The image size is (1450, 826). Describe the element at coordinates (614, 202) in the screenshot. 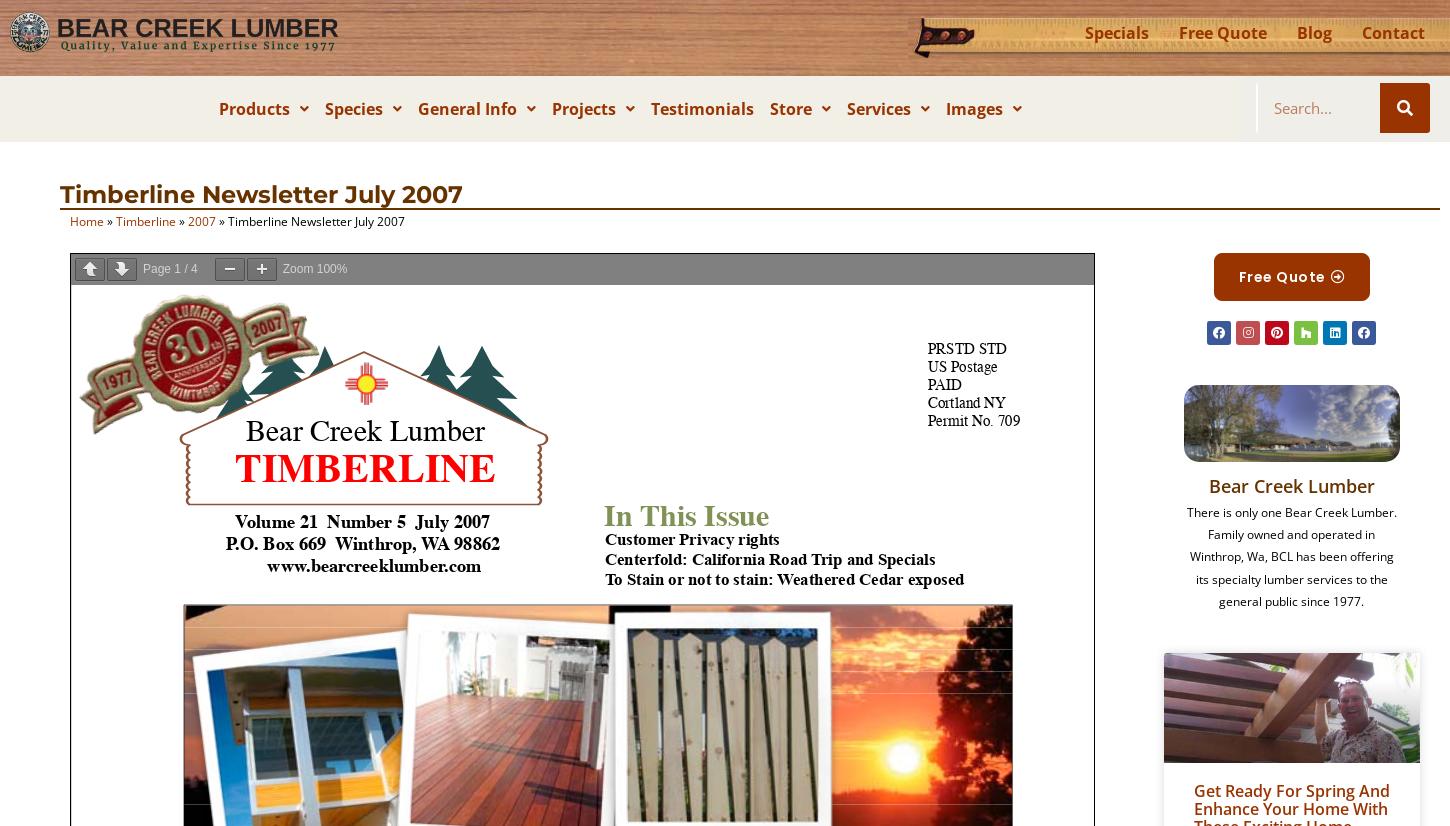

I see `'Architects'` at that location.